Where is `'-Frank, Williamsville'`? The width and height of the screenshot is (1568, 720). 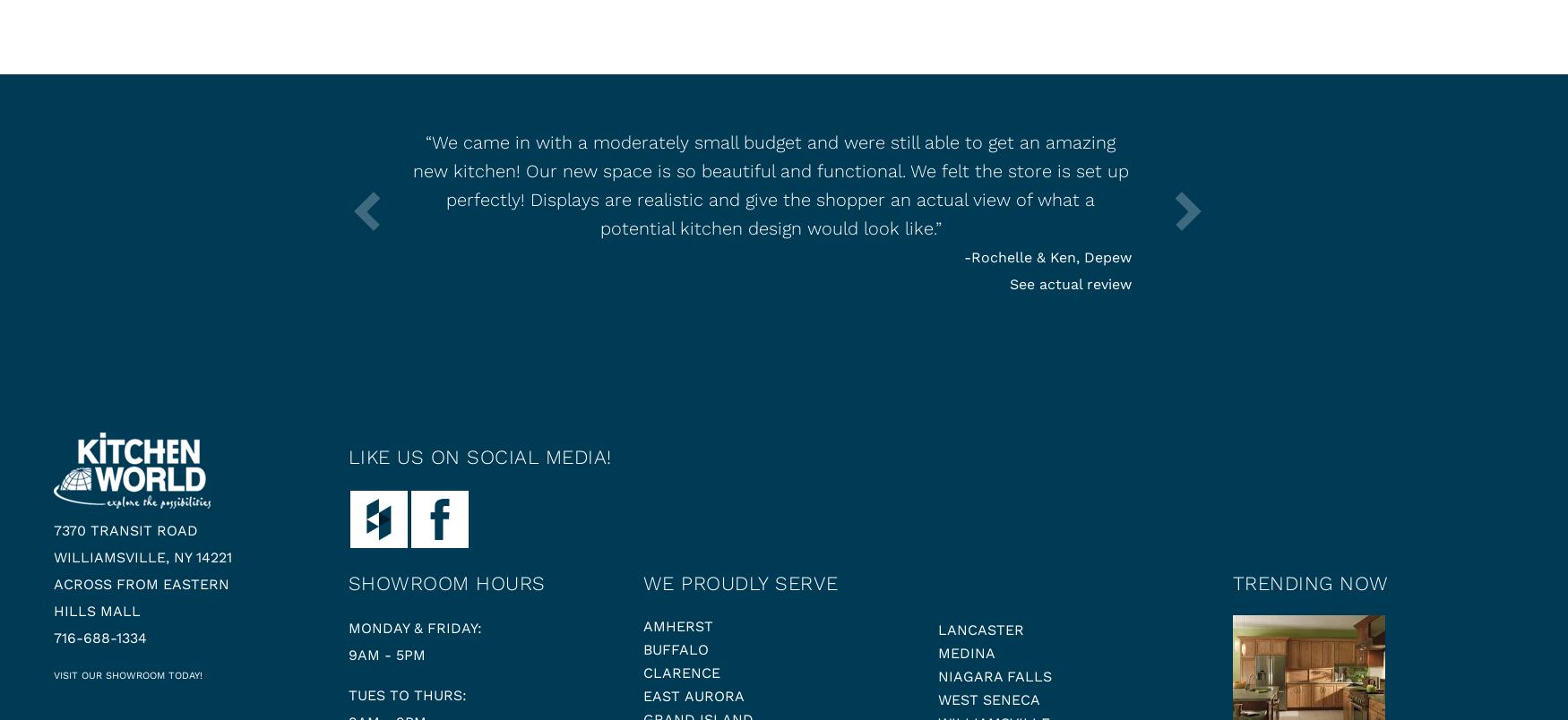 '-Frank, Williamsville' is located at coordinates (202, 256).